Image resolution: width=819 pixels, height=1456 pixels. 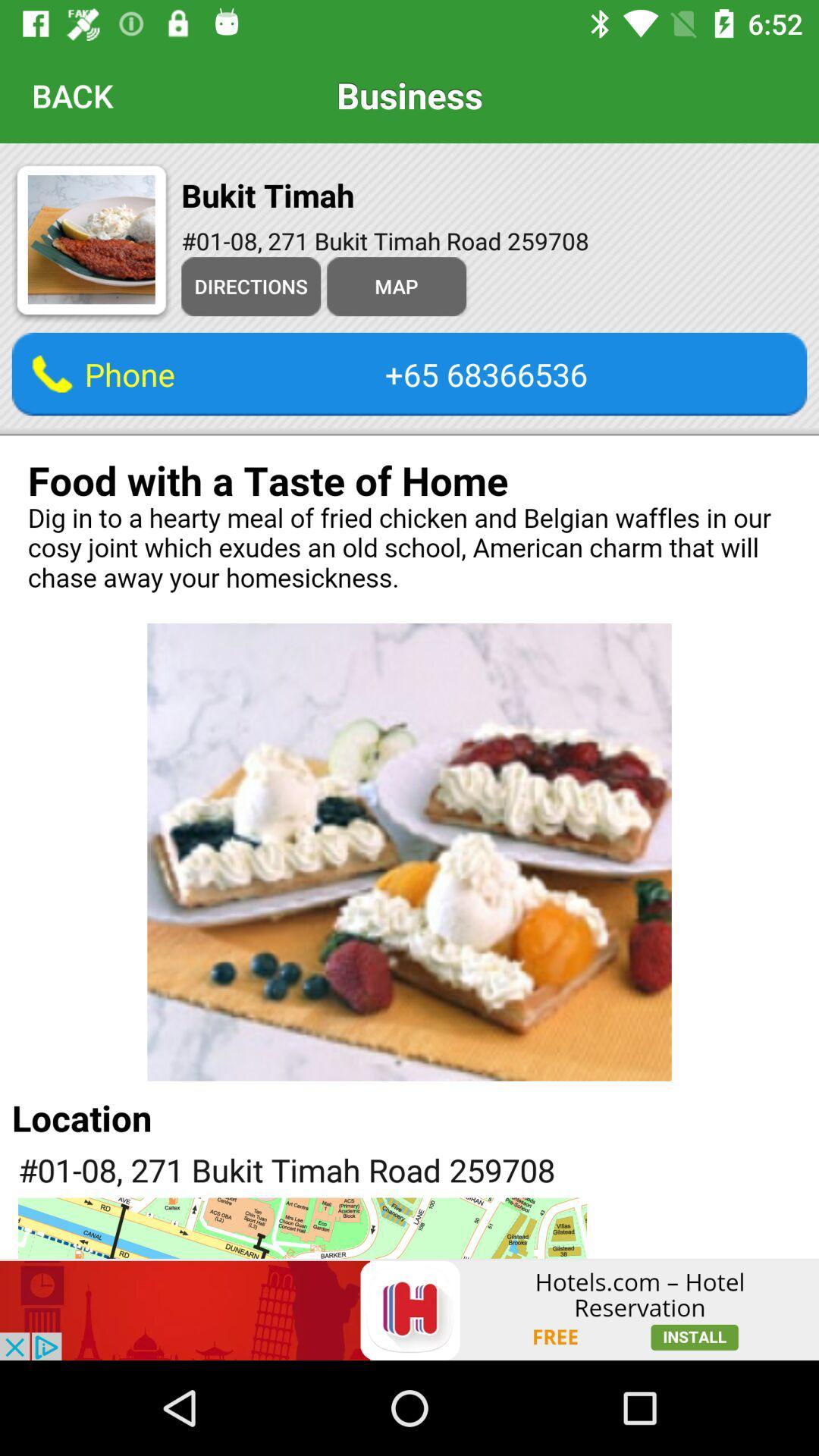 What do you see at coordinates (409, 852) in the screenshot?
I see `the image which is above the location` at bounding box center [409, 852].